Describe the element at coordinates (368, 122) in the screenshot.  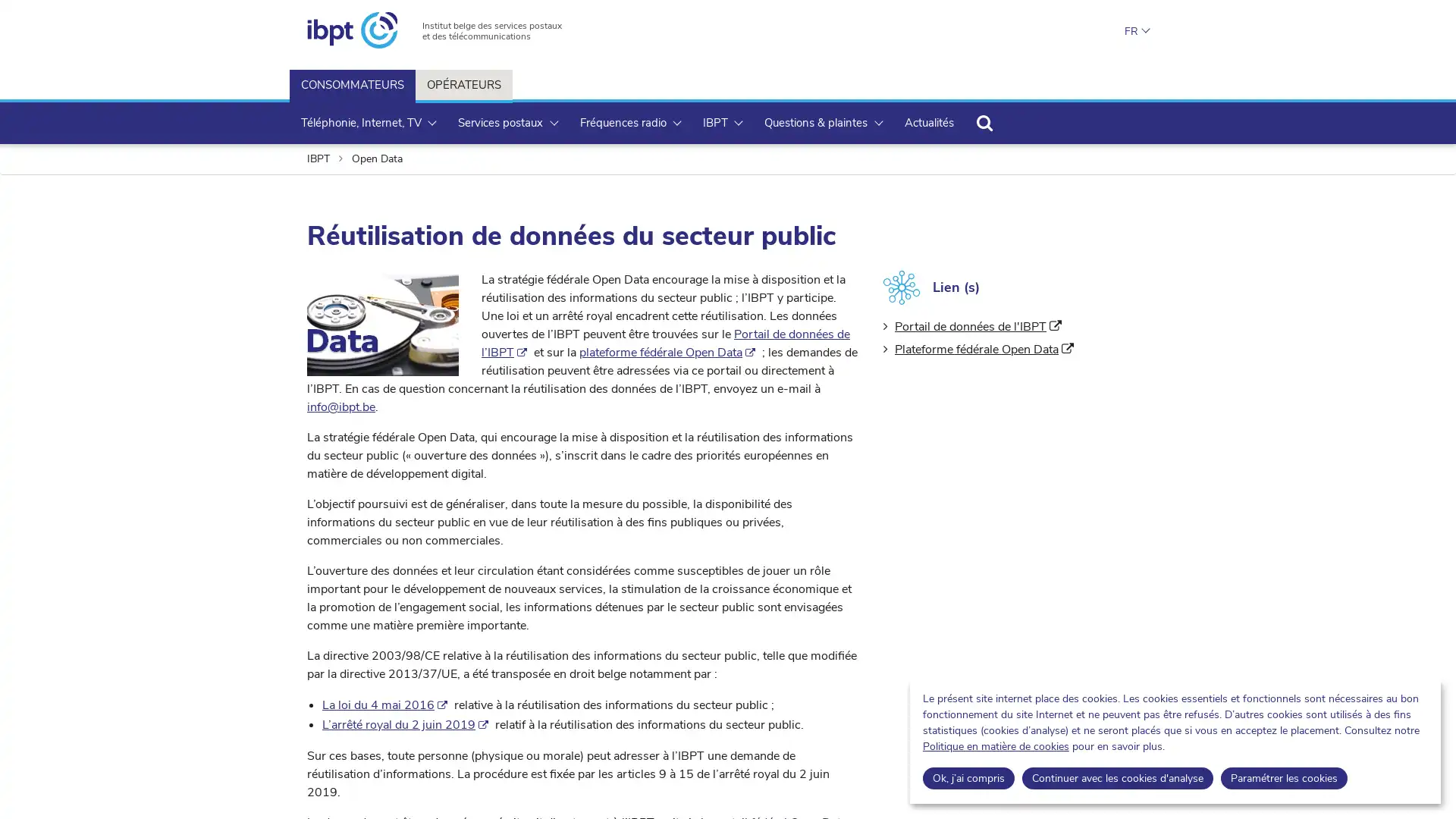
I see `Telephonie, Internet, TV` at that location.